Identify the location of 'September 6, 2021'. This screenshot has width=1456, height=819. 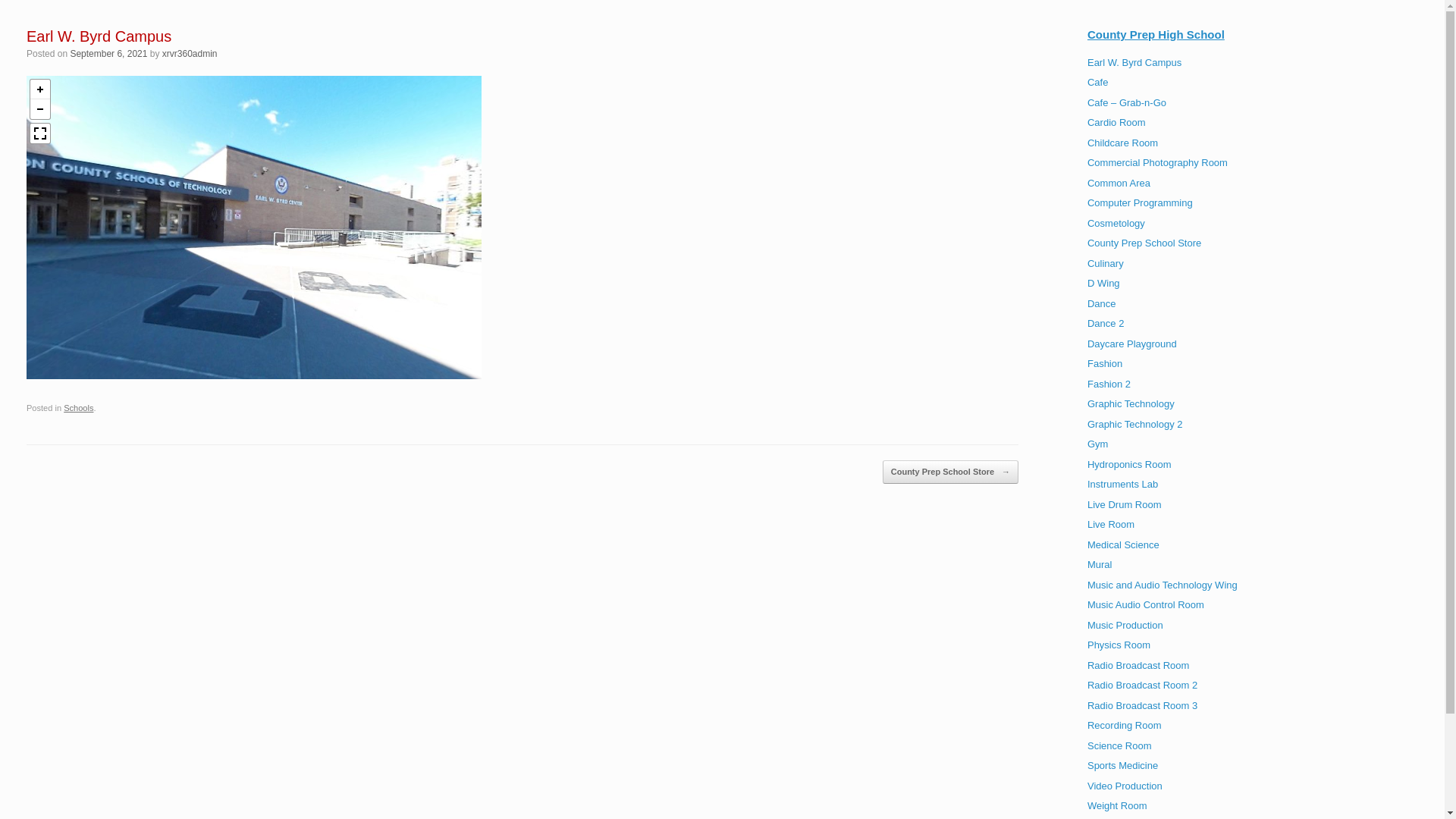
(108, 52).